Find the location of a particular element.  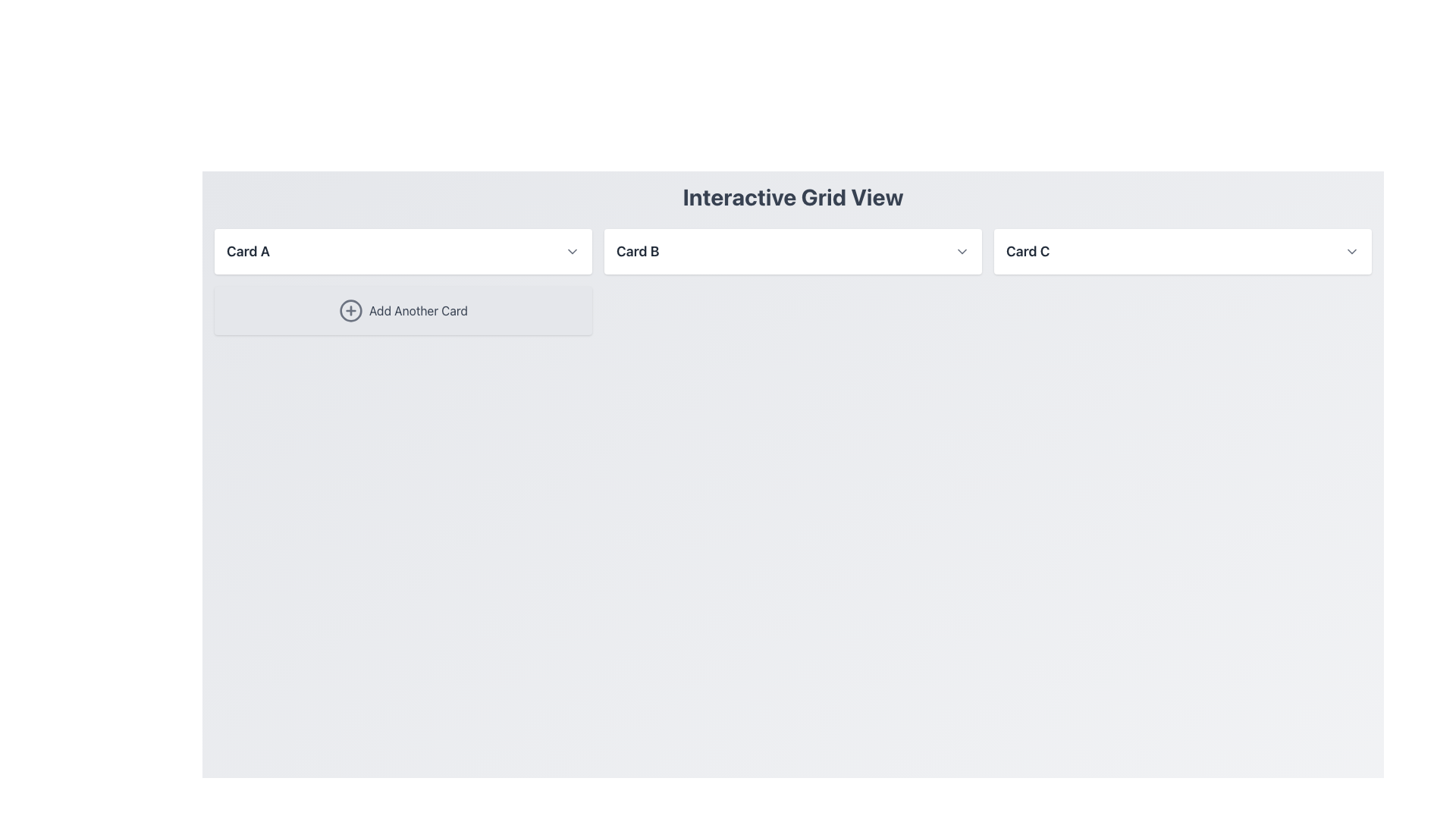

the dropdown toggle button located at the far right of the 'Card C' label in the top-right card is located at coordinates (1351, 250).